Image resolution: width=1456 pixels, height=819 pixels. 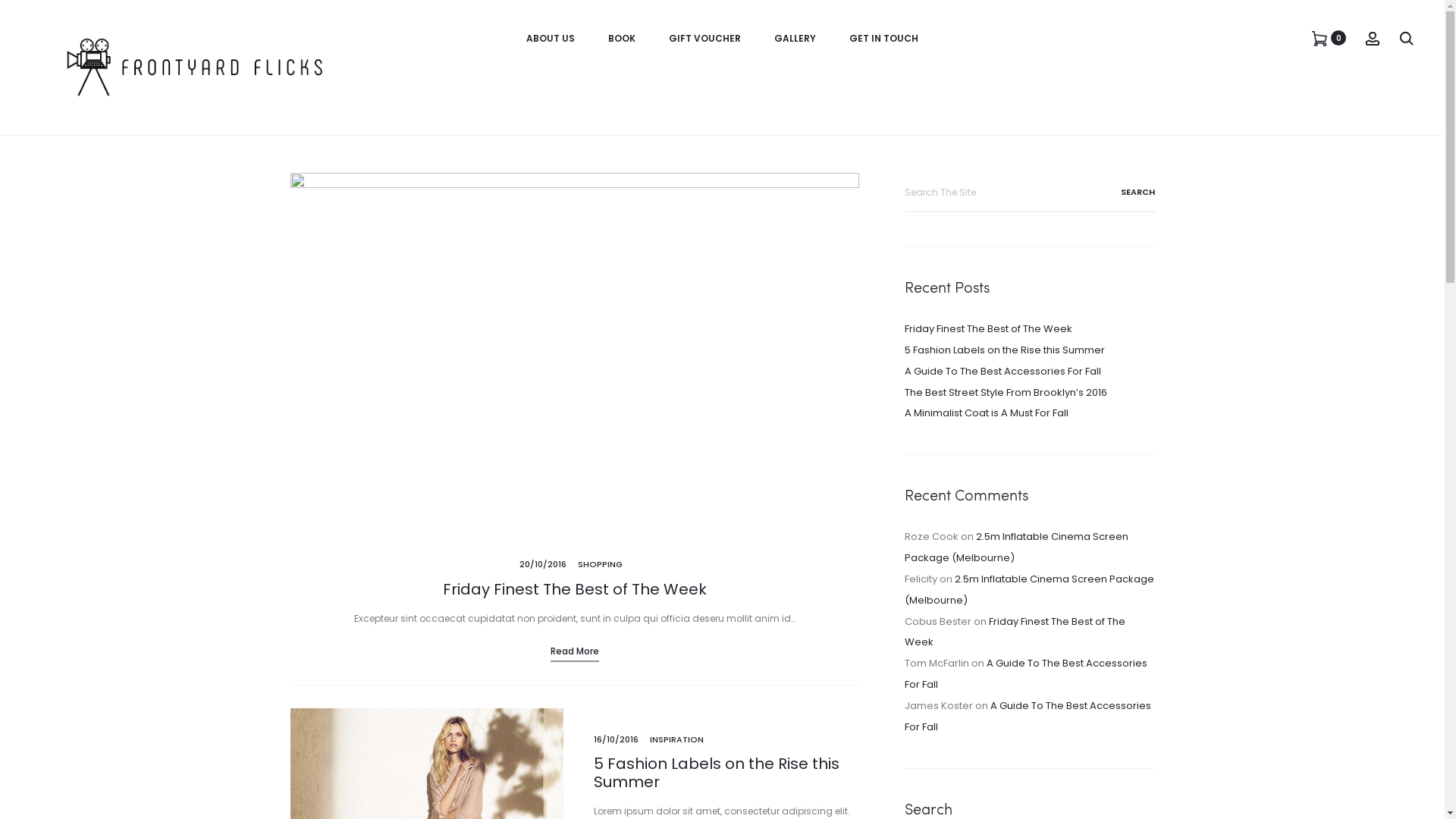 What do you see at coordinates (883, 37) in the screenshot?
I see `'GET IN TOUCH'` at bounding box center [883, 37].